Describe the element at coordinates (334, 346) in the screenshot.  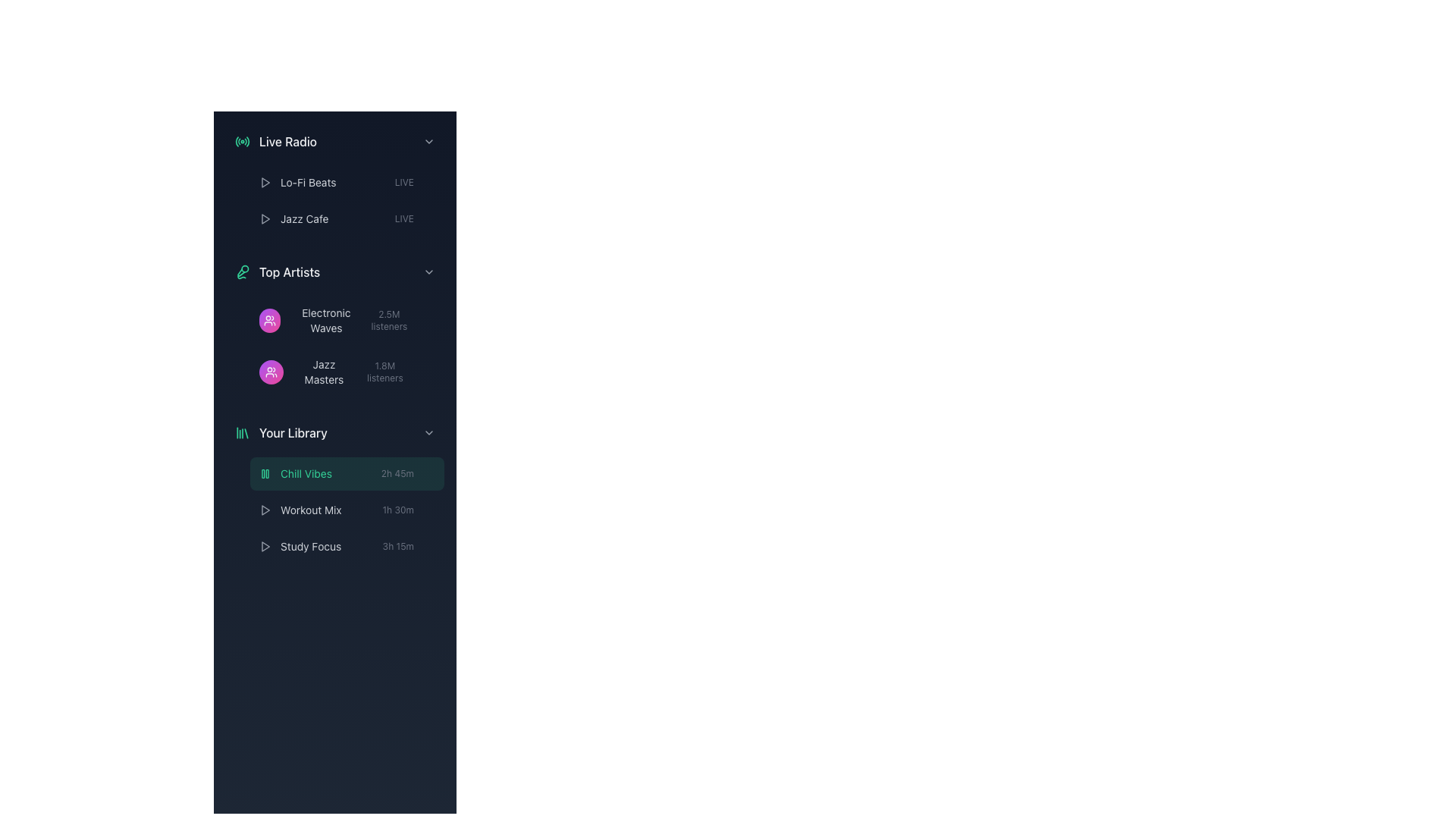
I see `the second navigation item in the 'Top Artists' section` at that location.